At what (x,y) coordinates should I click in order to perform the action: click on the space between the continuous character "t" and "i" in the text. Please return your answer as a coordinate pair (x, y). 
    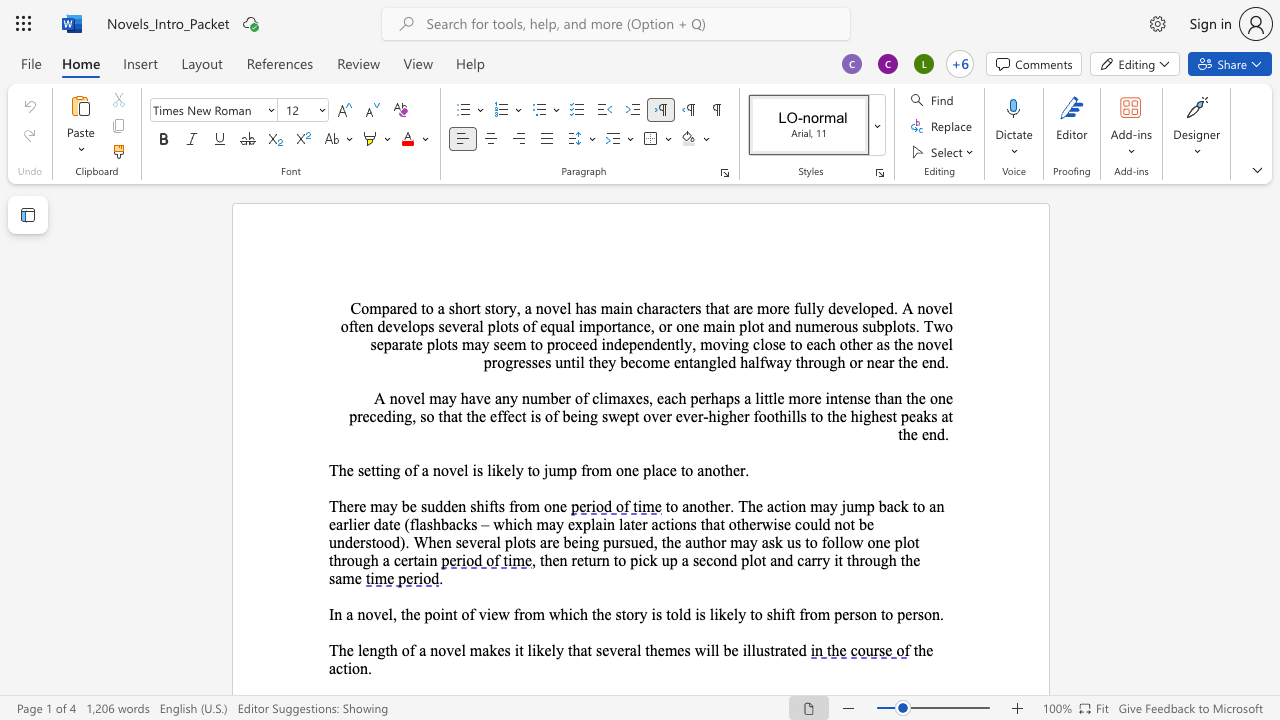
    Looking at the image, I should click on (347, 668).